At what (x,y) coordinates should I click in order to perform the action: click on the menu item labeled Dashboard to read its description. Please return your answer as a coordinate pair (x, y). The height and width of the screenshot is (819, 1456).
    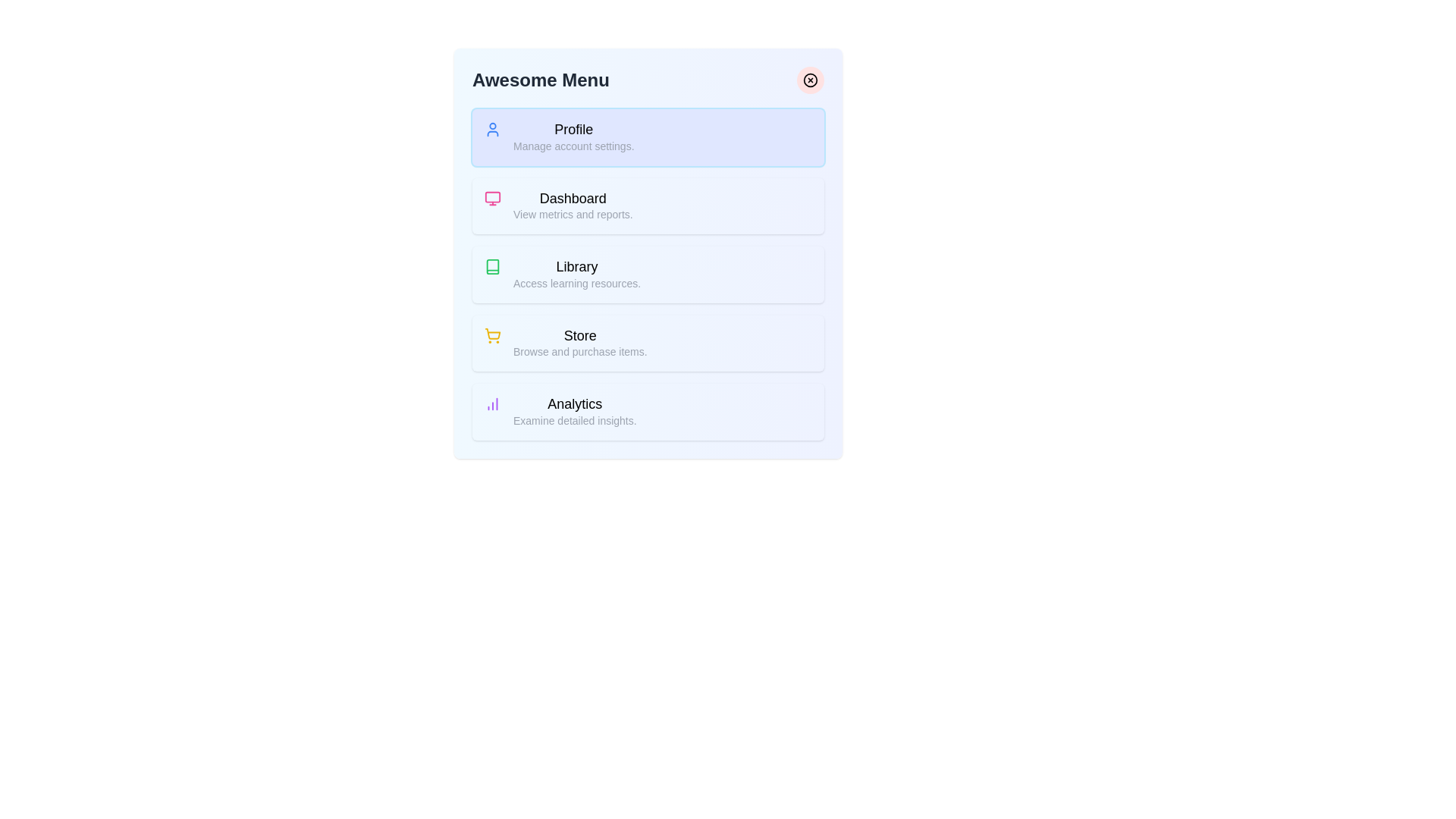
    Looking at the image, I should click on (567, 205).